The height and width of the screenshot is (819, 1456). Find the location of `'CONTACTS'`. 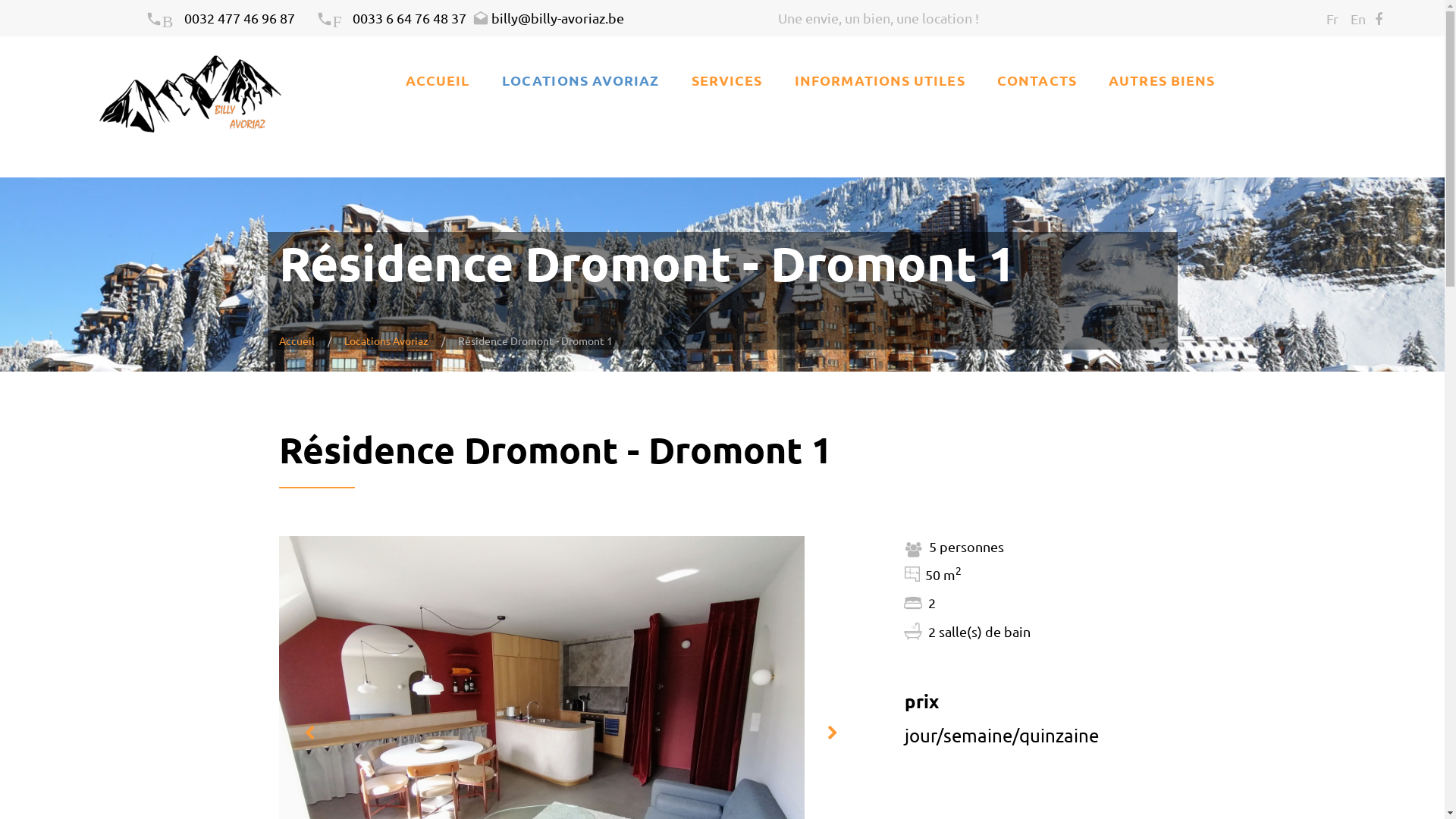

'CONTACTS' is located at coordinates (1036, 80).